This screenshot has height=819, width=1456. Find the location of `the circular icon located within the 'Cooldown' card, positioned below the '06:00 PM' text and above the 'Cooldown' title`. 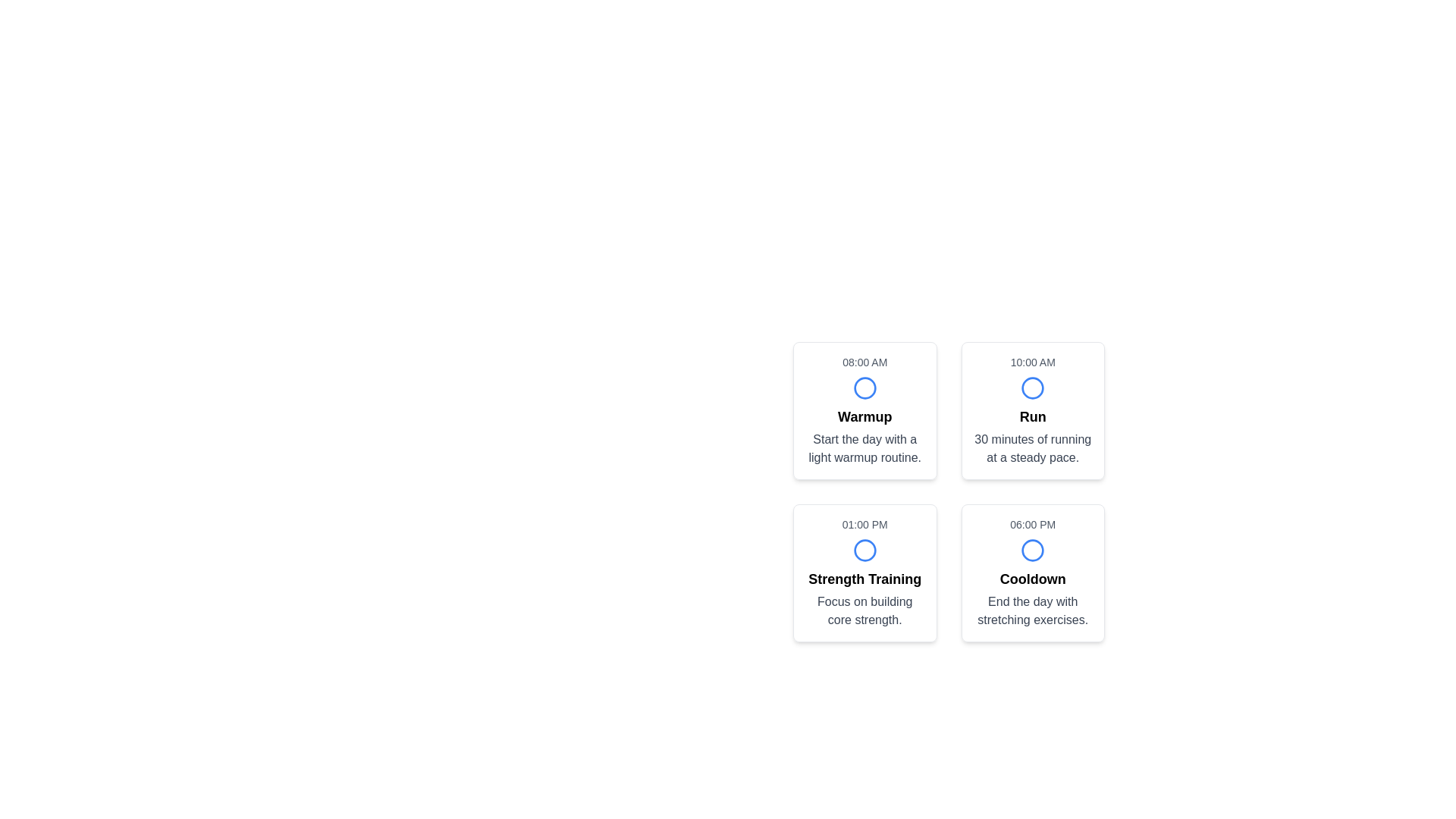

the circular icon located within the 'Cooldown' card, positioned below the '06:00 PM' text and above the 'Cooldown' title is located at coordinates (1032, 550).